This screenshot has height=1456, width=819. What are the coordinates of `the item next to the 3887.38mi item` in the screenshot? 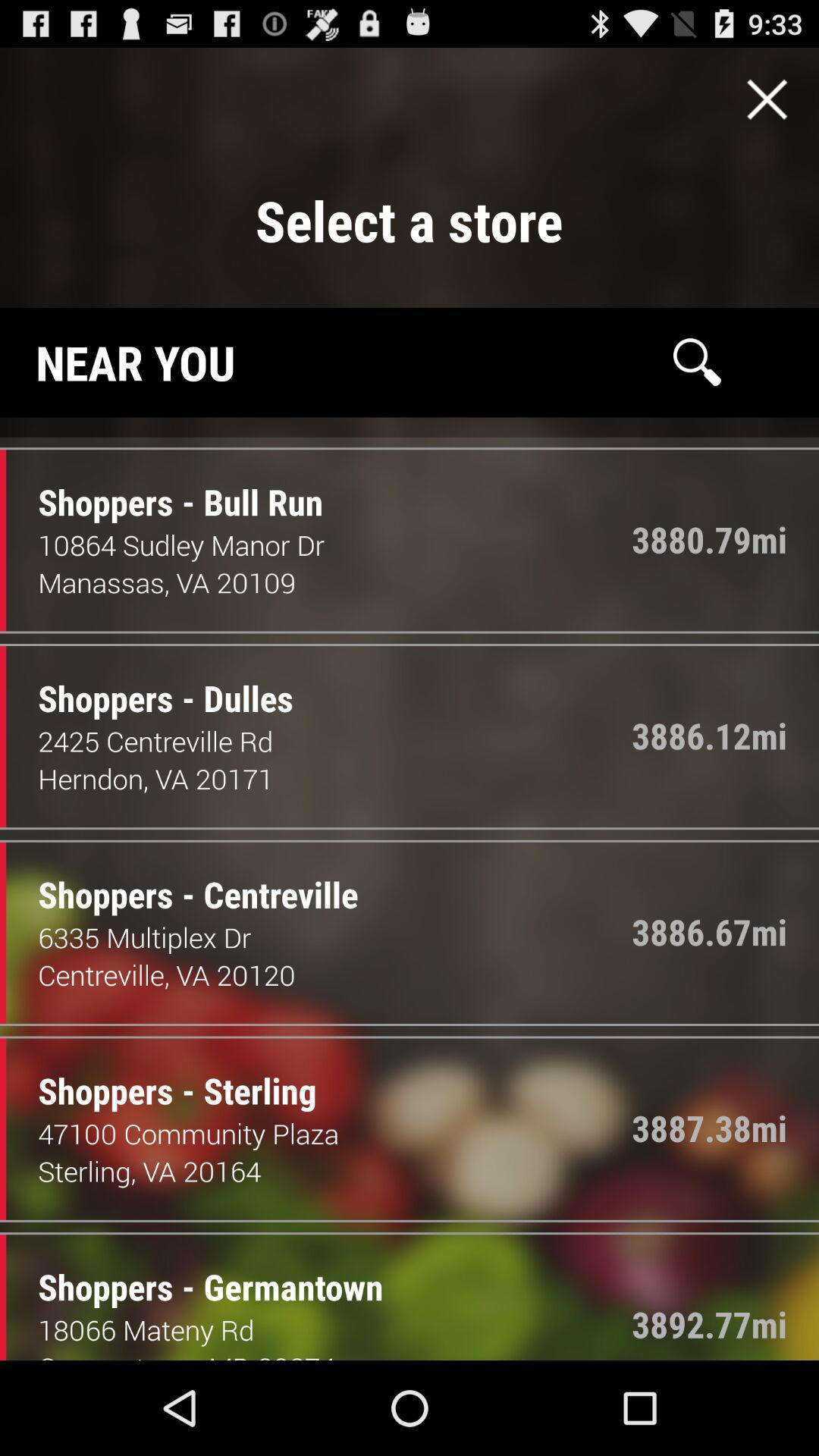 It's located at (334, 1133).